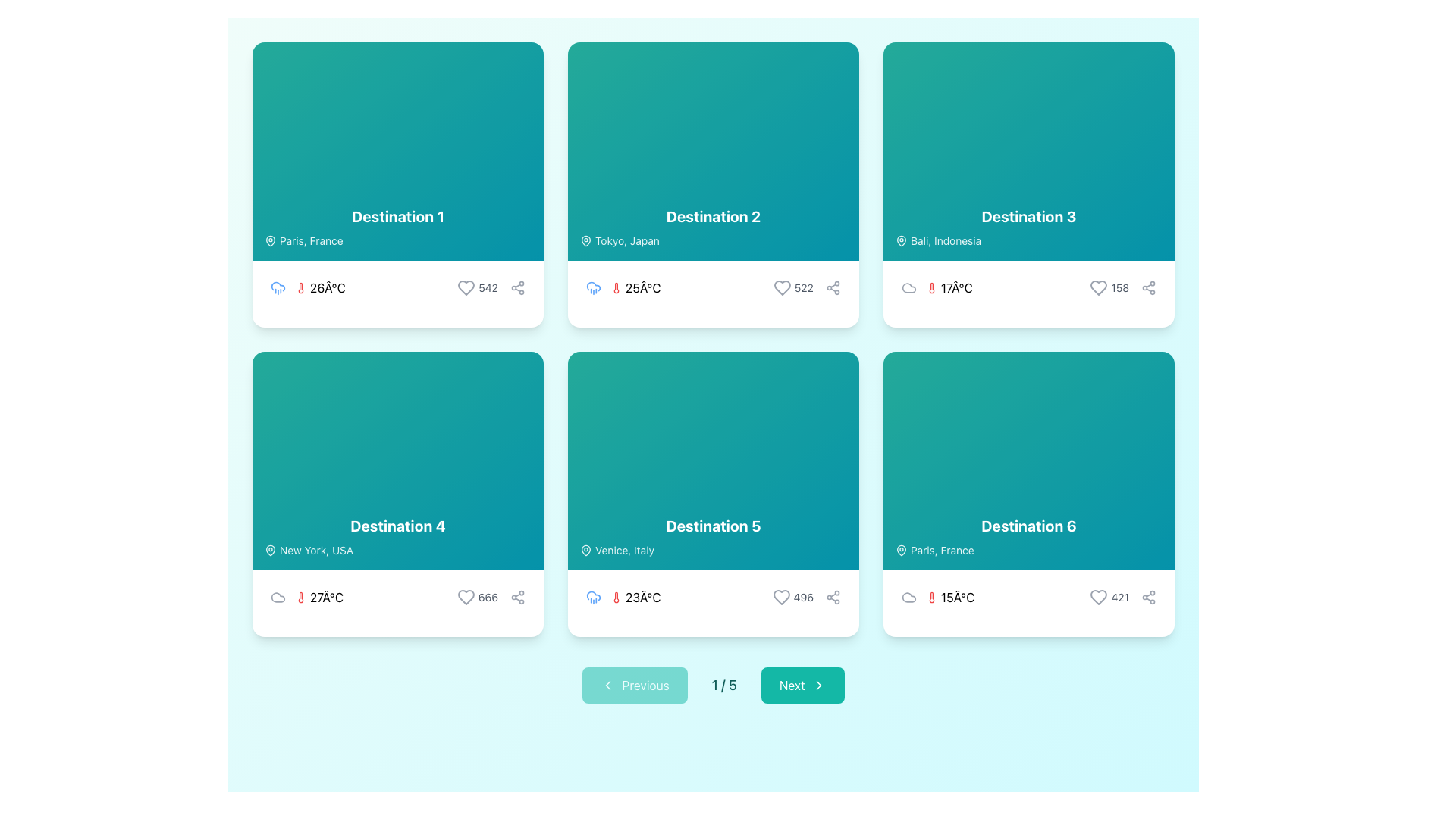  Describe the element at coordinates (909, 288) in the screenshot. I see `the cloud icon representing cloudy weather conditions for 'Destination 3', located to the left of the temperature indicator '17°C'` at that location.